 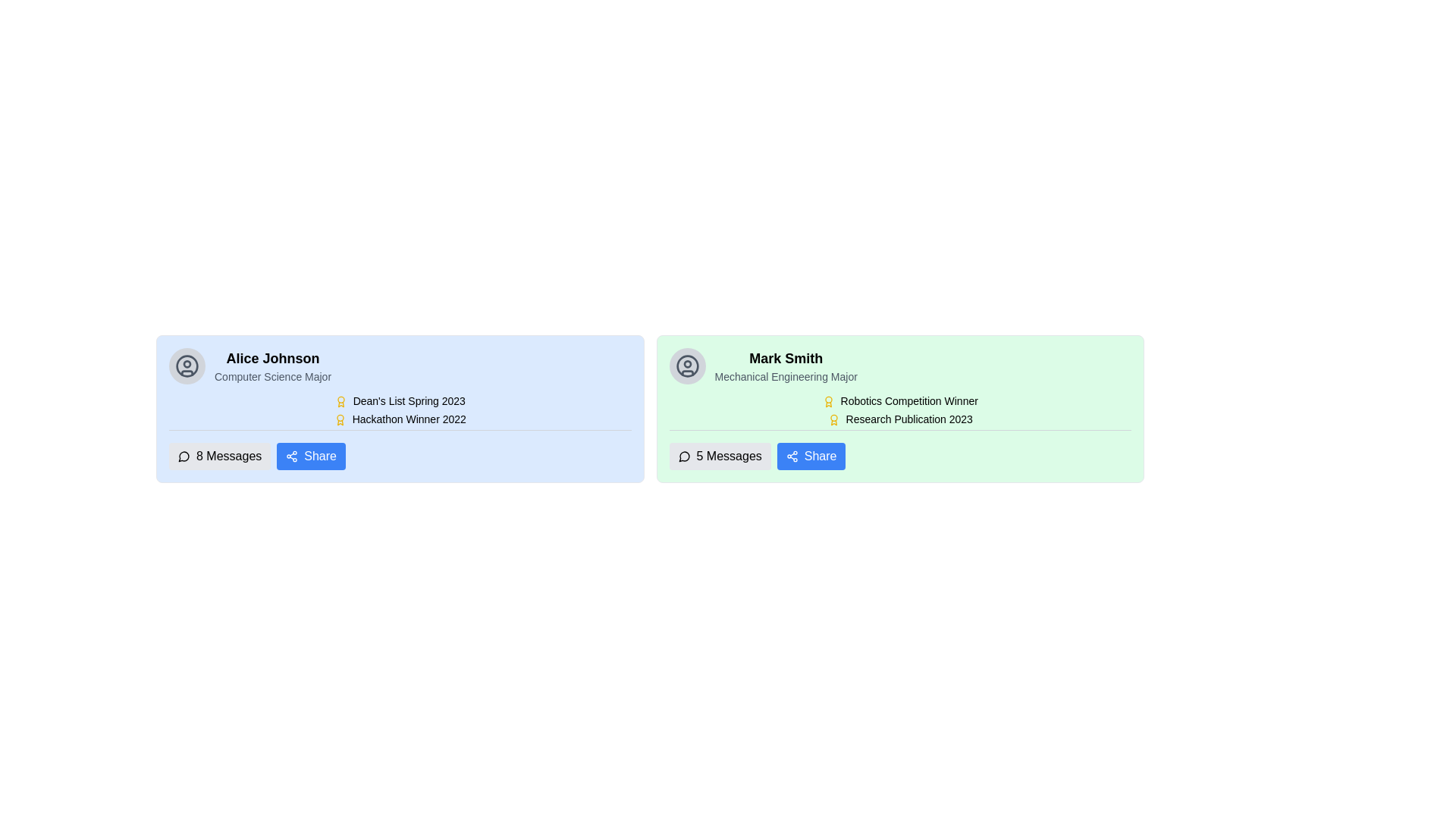 What do you see at coordinates (811, 455) in the screenshot?
I see `the blue rectangular 'Share' button with a share network icon located in the '5 Messages Share' section` at bounding box center [811, 455].